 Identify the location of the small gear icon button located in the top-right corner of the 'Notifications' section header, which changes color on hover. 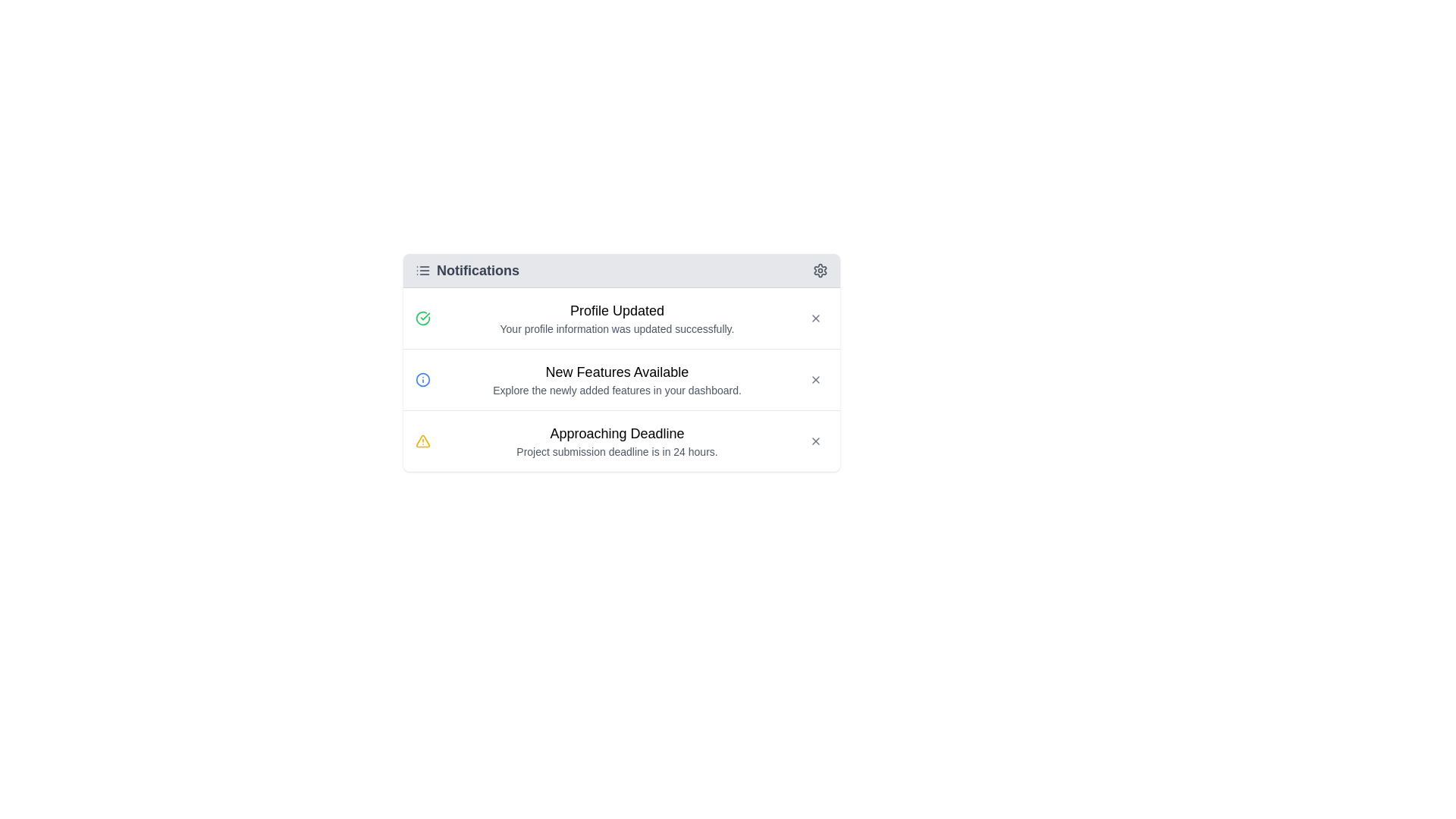
(819, 270).